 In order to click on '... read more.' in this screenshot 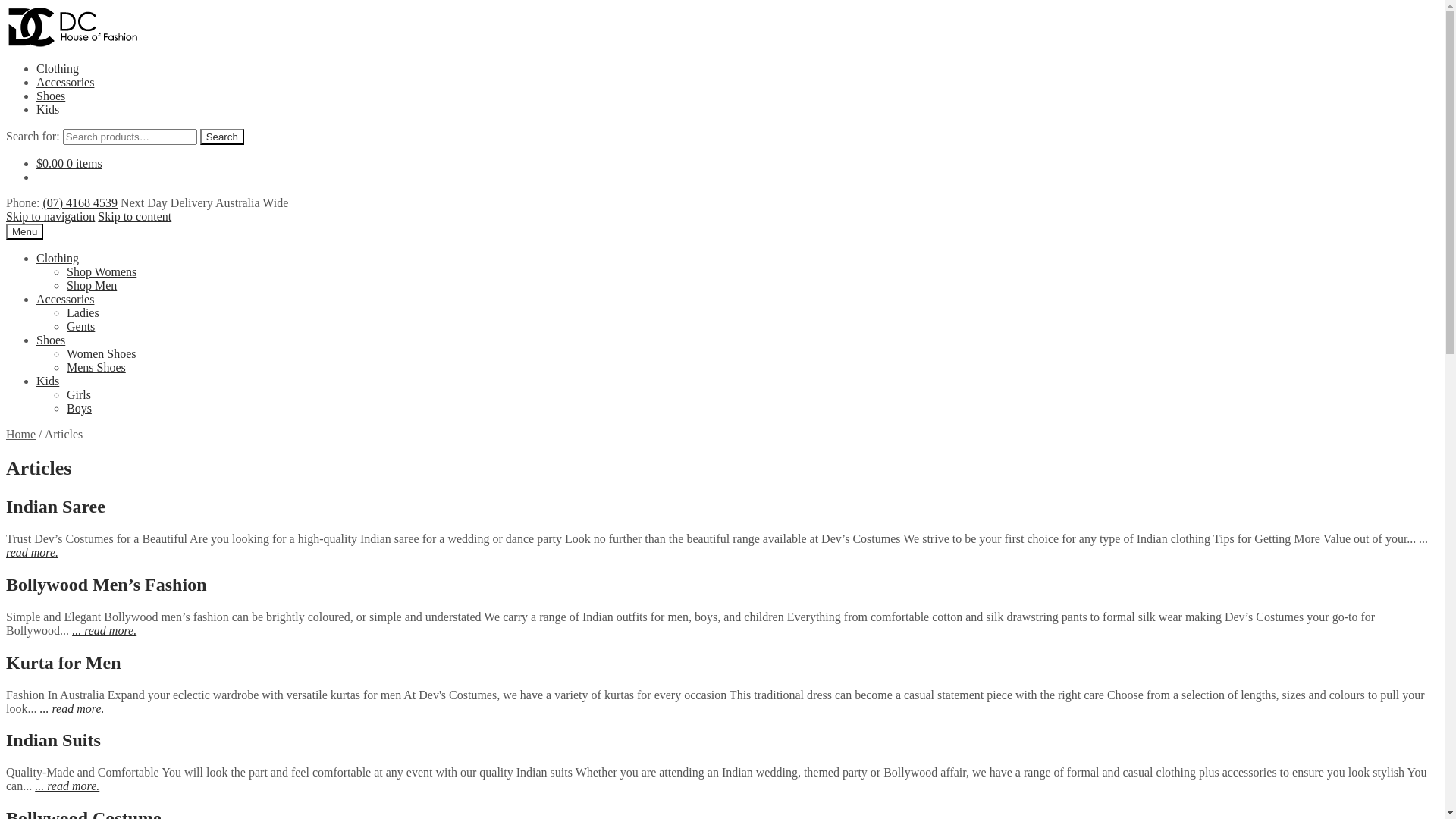, I will do `click(71, 708)`.